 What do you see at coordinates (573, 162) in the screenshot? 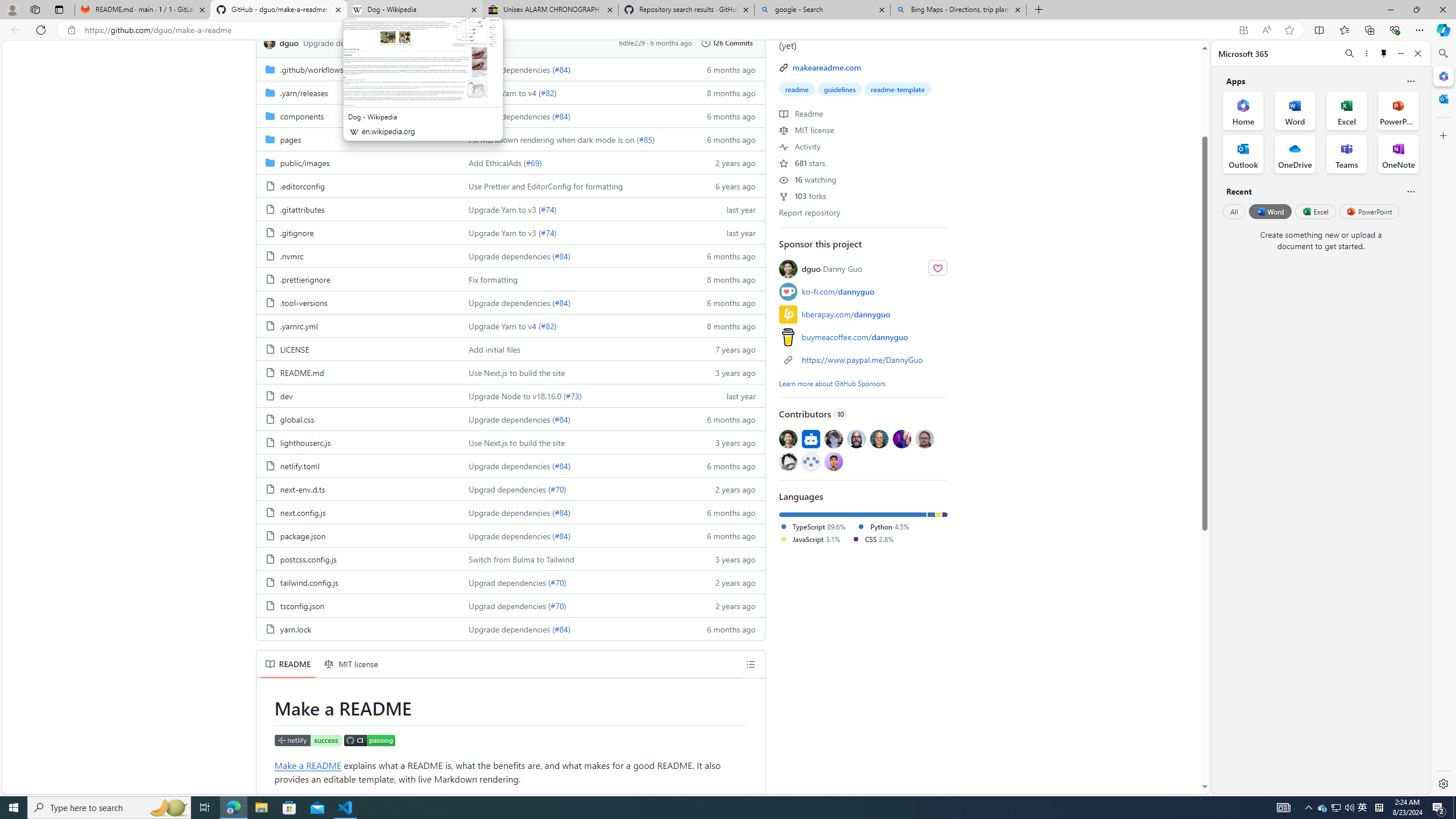
I see `'Add EthicalAds (#69)'` at bounding box center [573, 162].